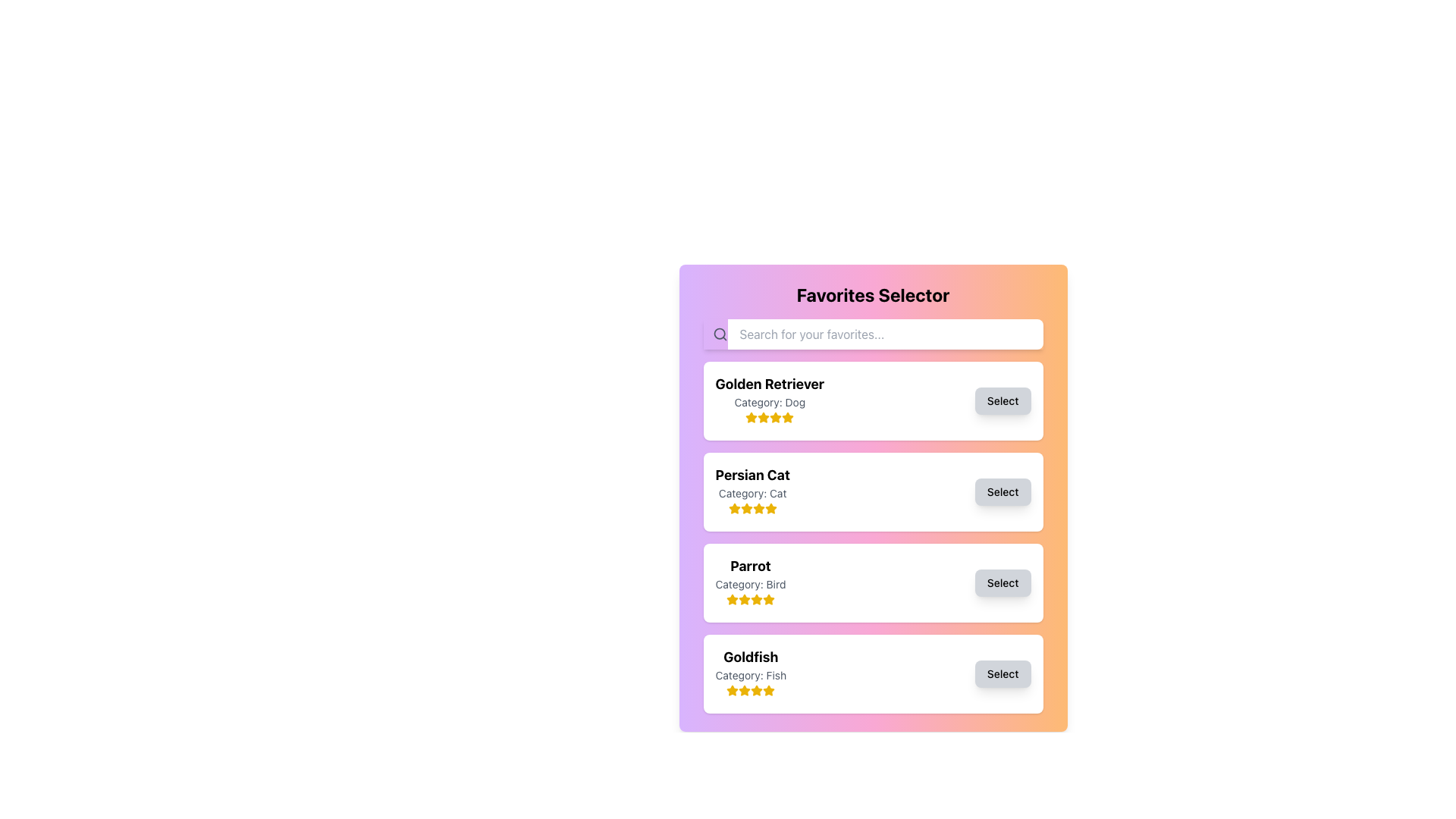  I want to click on the yellow star icon, which is the second star in the second rating row under the 'Persian Cat' section, so click(734, 508).